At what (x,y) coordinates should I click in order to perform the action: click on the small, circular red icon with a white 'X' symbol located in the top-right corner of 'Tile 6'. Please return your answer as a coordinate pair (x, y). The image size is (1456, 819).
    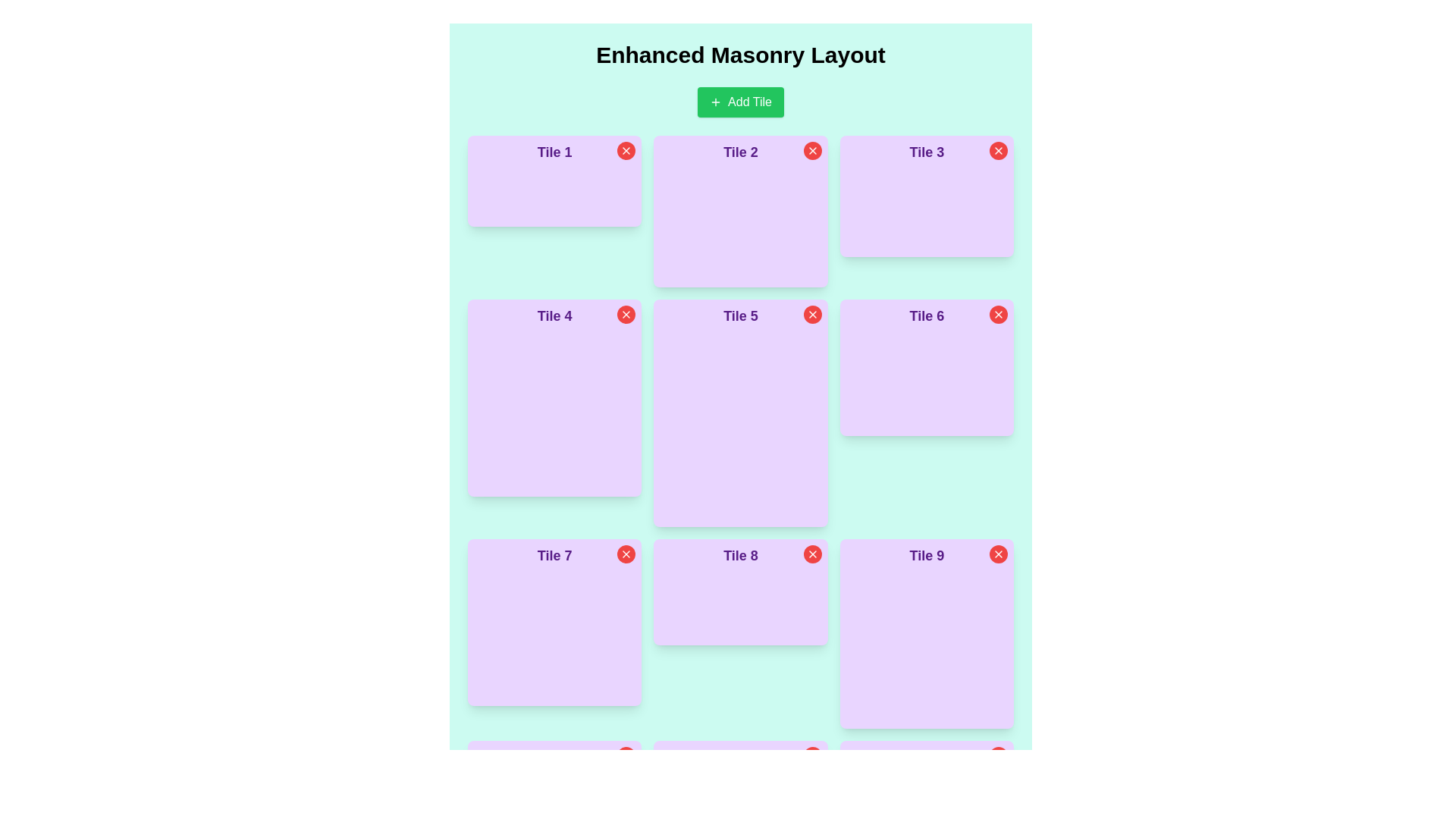
    Looking at the image, I should click on (998, 314).